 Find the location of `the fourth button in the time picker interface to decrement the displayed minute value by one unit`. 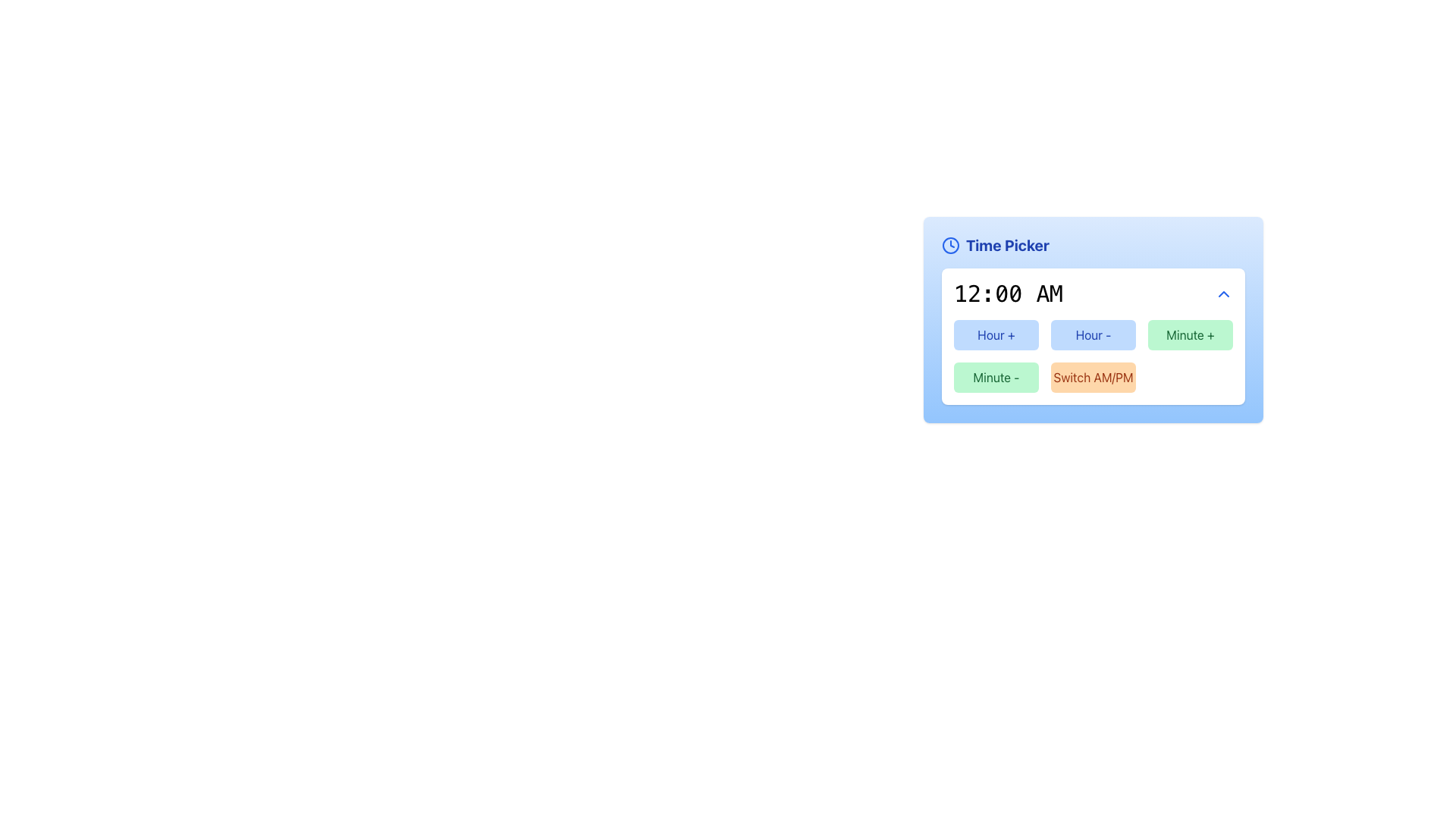

the fourth button in the time picker interface to decrement the displayed minute value by one unit is located at coordinates (996, 376).